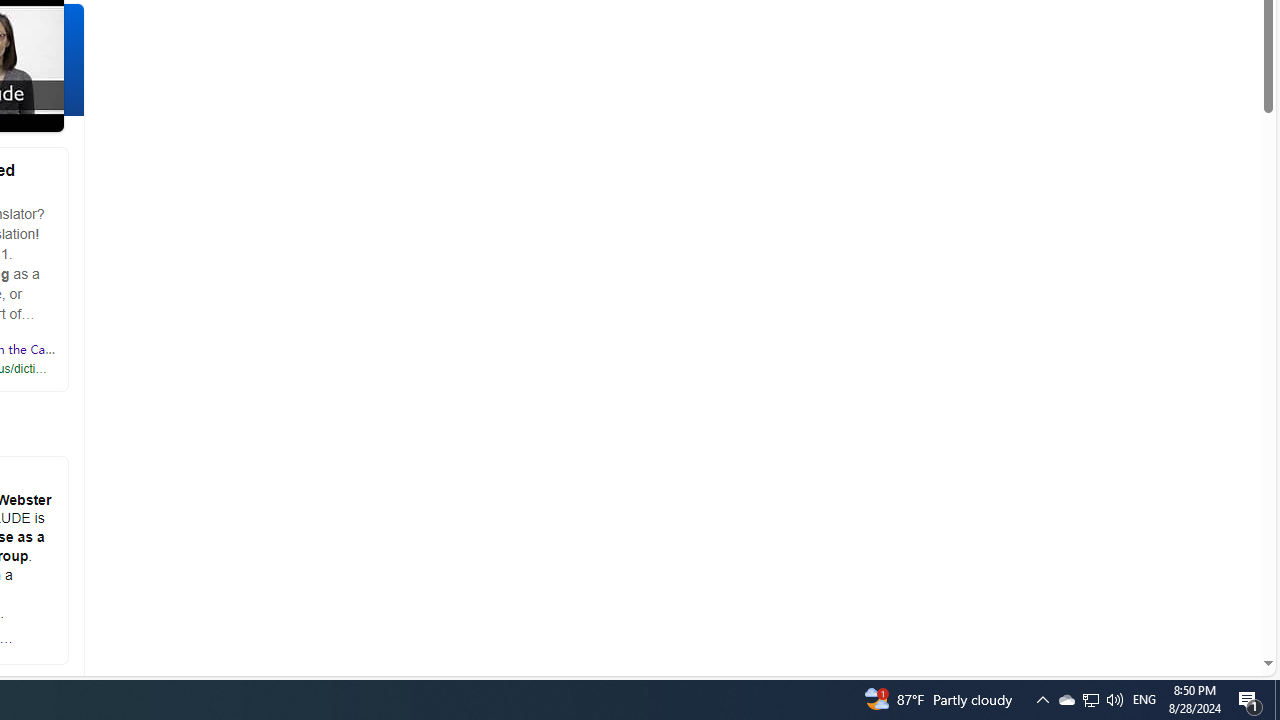 The height and width of the screenshot is (720, 1280). I want to click on 'AutomationID: mfa_root', so click(1192, 602).